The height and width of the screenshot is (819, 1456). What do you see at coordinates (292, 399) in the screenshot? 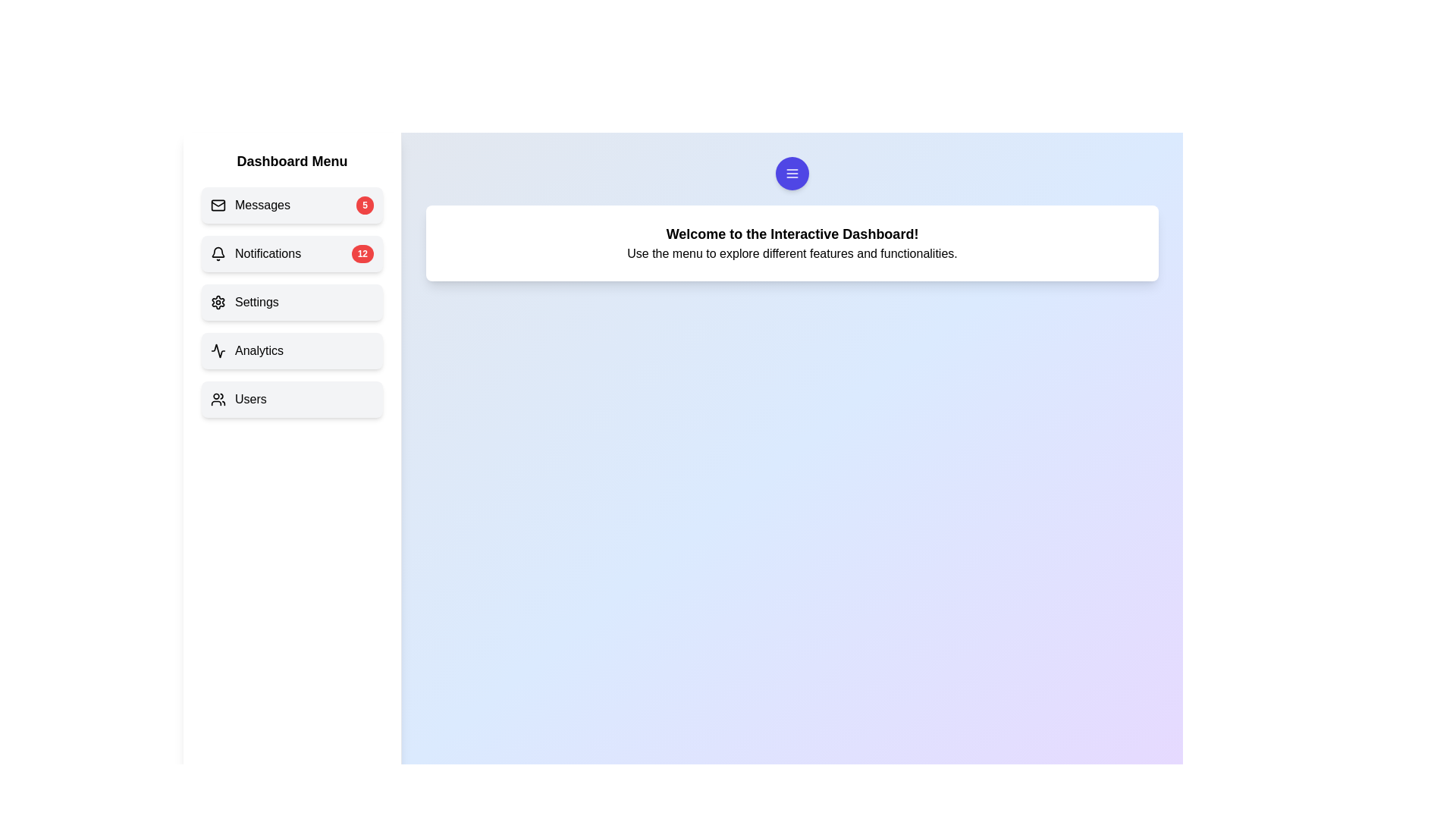
I see `the menu item Users to navigate to its respective section` at bounding box center [292, 399].